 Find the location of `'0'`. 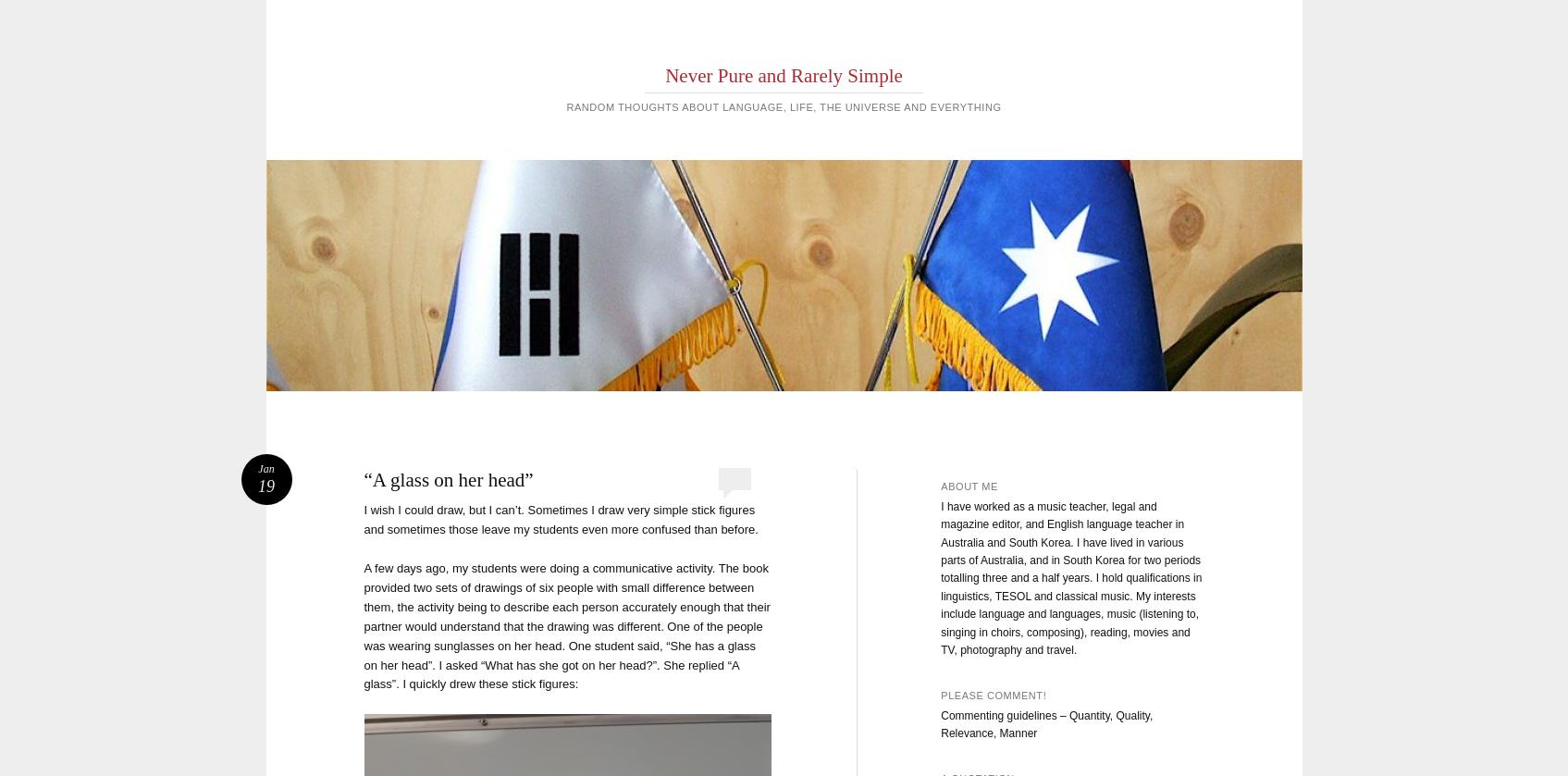

'0' is located at coordinates (734, 477).